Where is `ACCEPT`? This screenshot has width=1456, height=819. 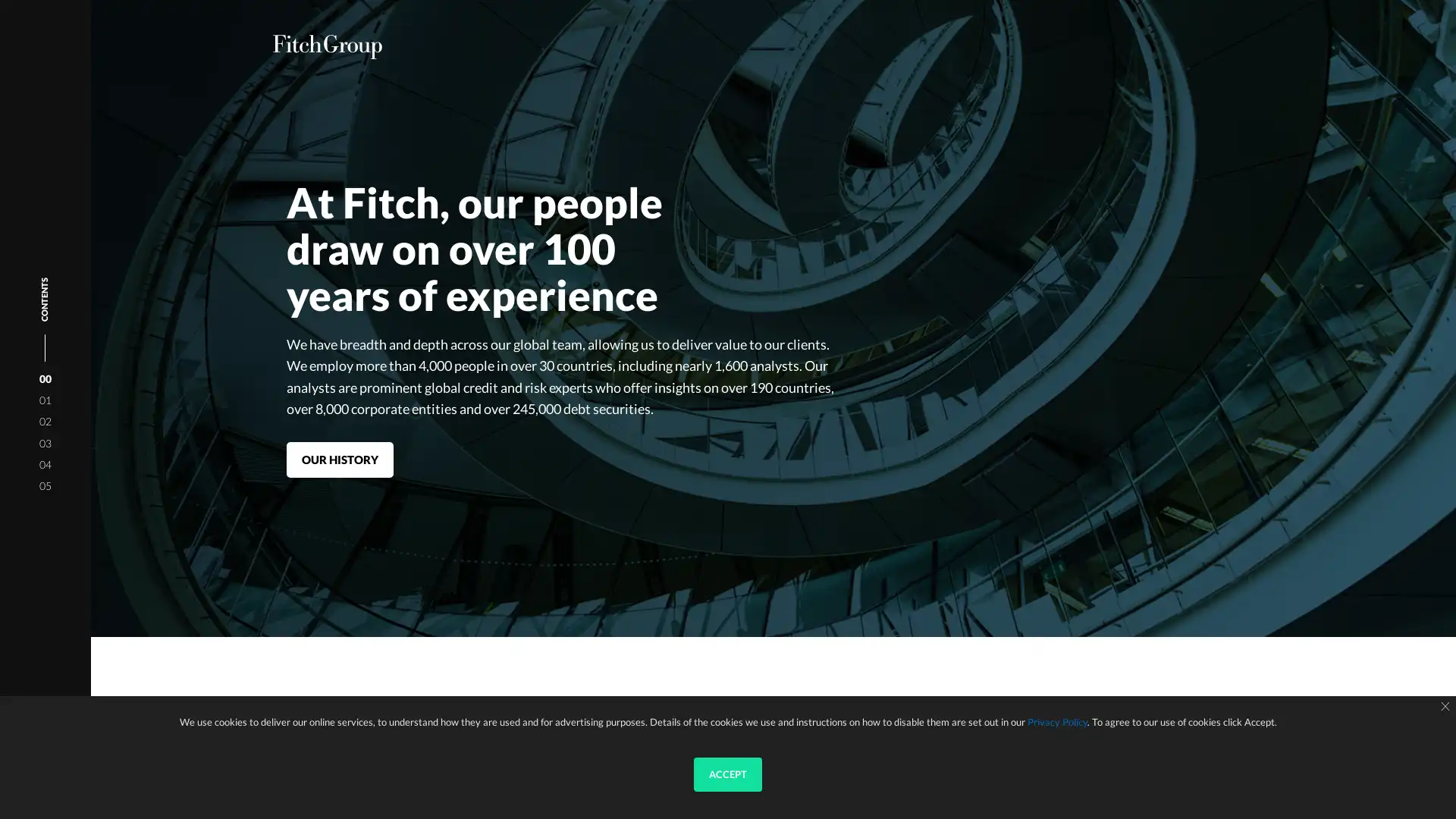
ACCEPT is located at coordinates (728, 774).